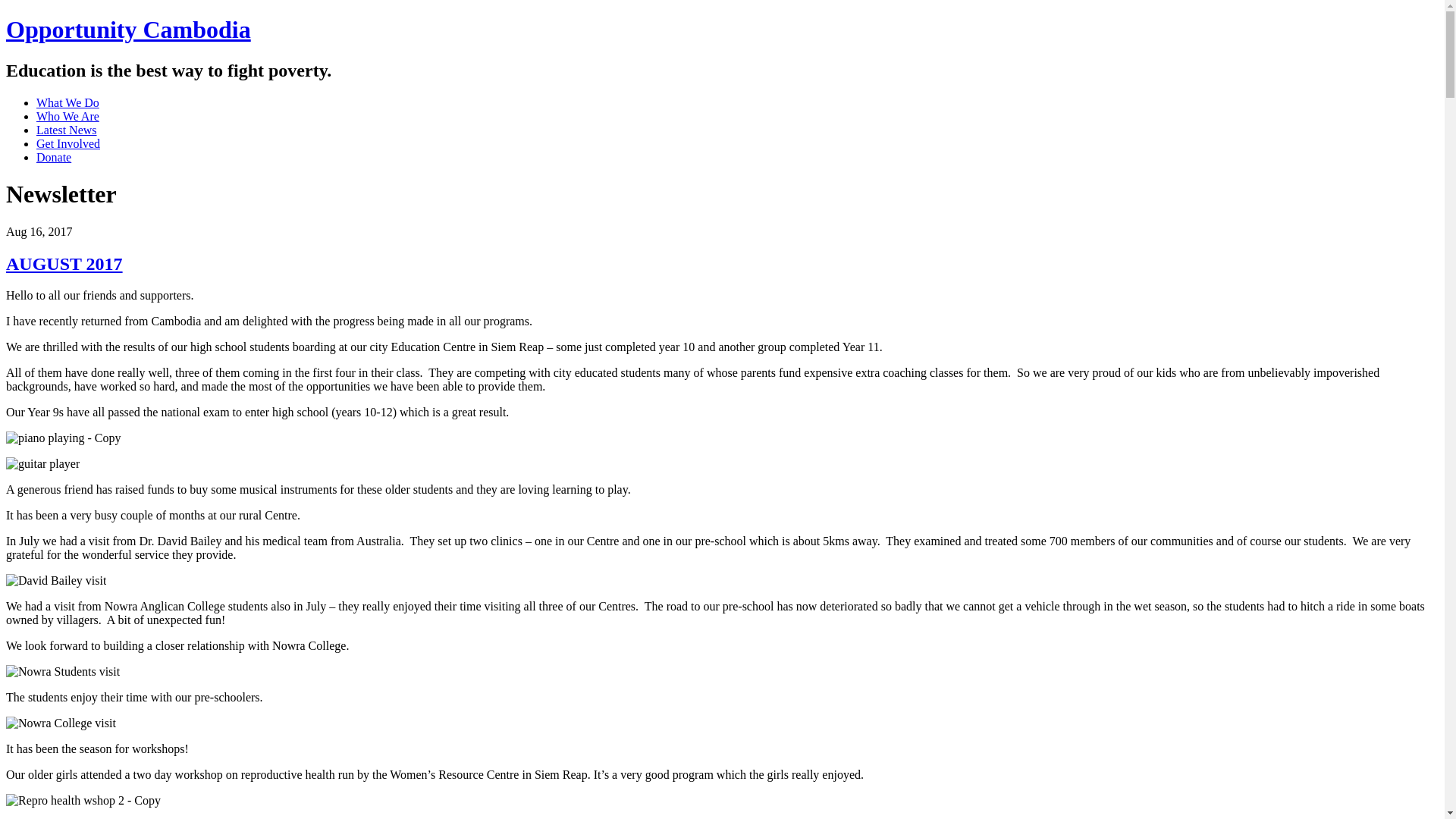  I want to click on 'Who We Are', so click(67, 115).